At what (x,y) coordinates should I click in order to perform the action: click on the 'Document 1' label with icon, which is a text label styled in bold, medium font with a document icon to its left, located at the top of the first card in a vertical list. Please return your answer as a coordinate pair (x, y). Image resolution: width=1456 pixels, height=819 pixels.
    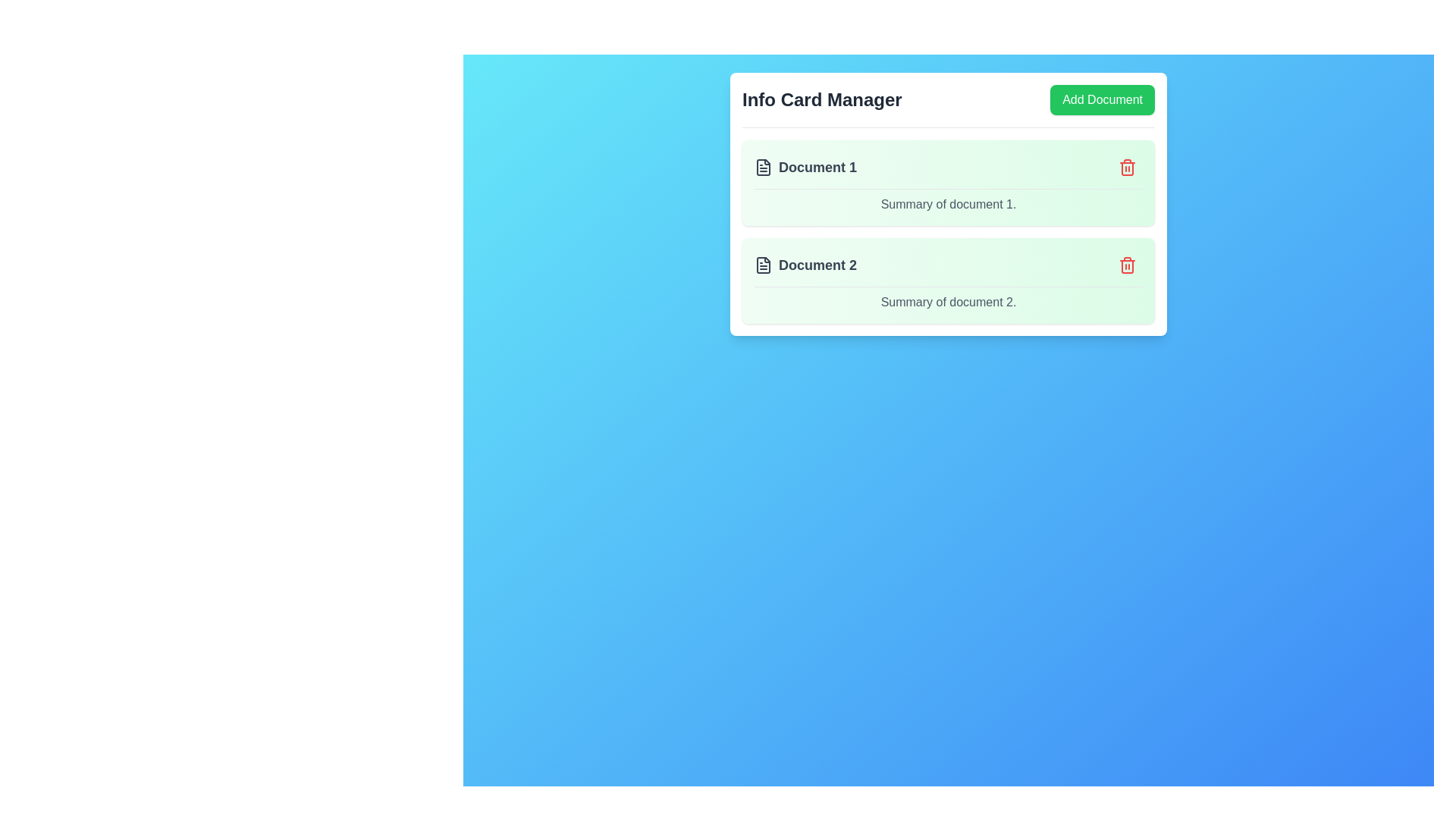
    Looking at the image, I should click on (805, 167).